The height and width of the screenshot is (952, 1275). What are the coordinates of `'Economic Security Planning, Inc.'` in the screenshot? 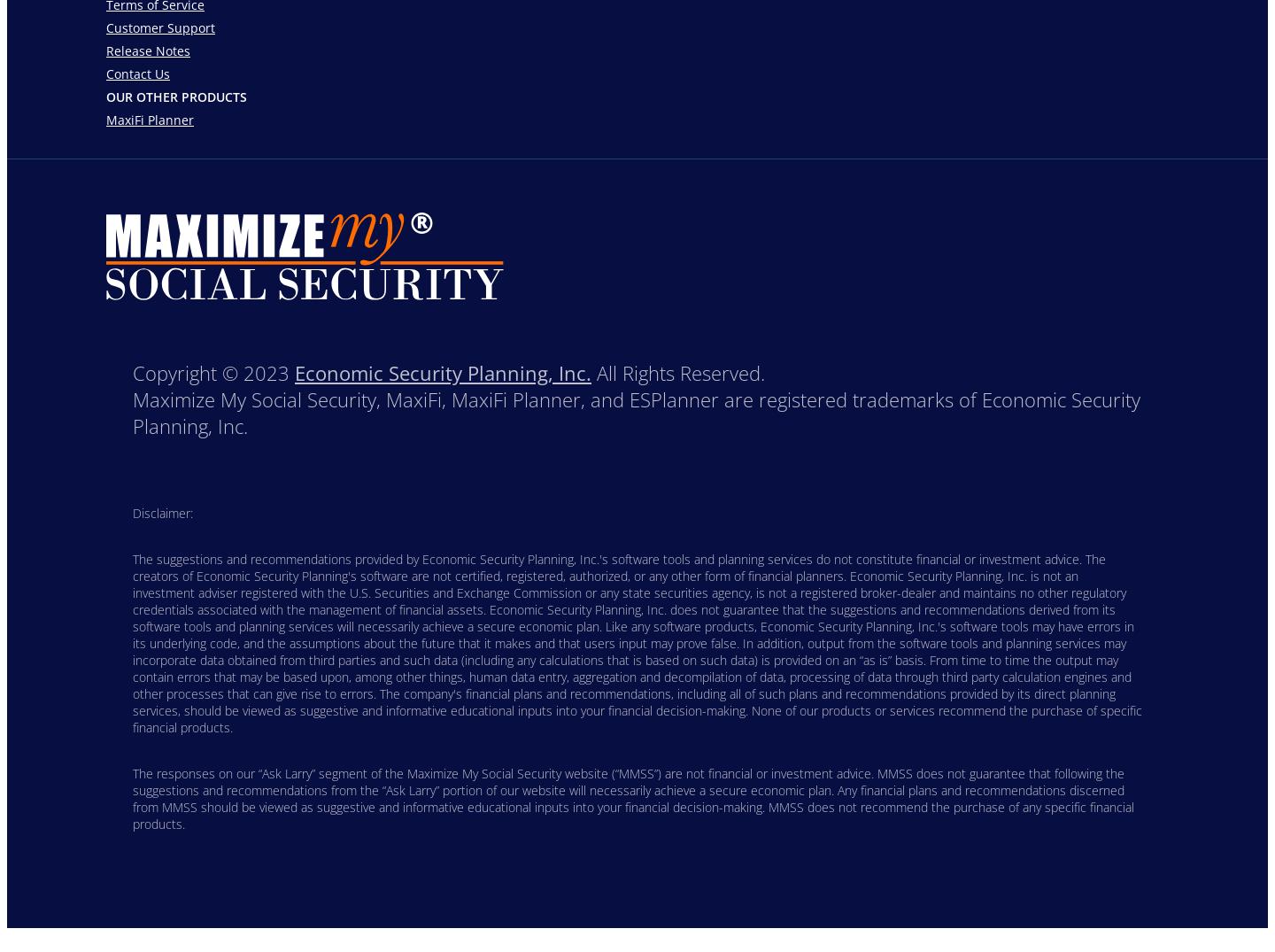 It's located at (442, 371).